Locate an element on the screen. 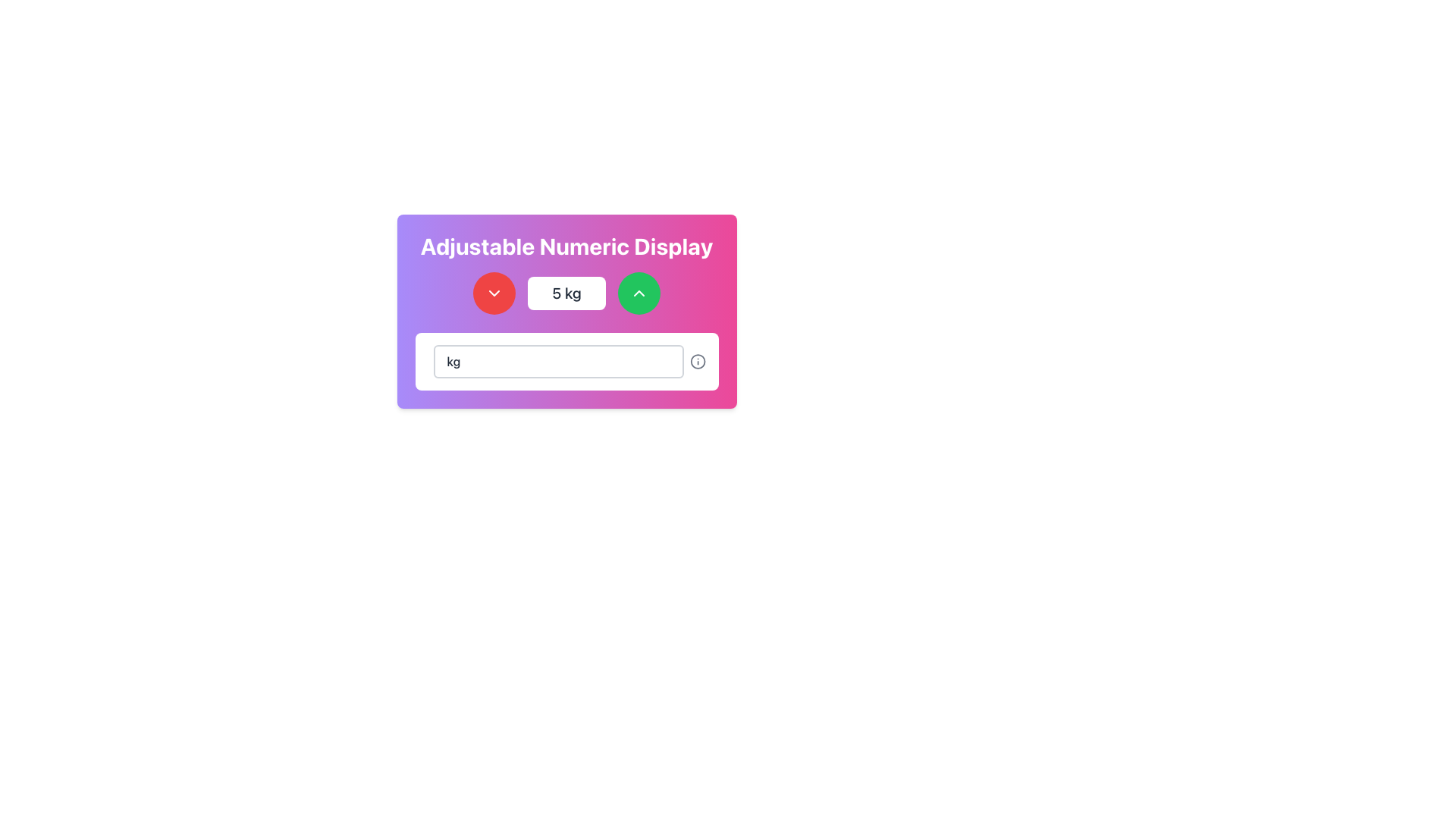 The height and width of the screenshot is (819, 1456). the informational icon located to the right of the 'kg' text input field is located at coordinates (697, 362).